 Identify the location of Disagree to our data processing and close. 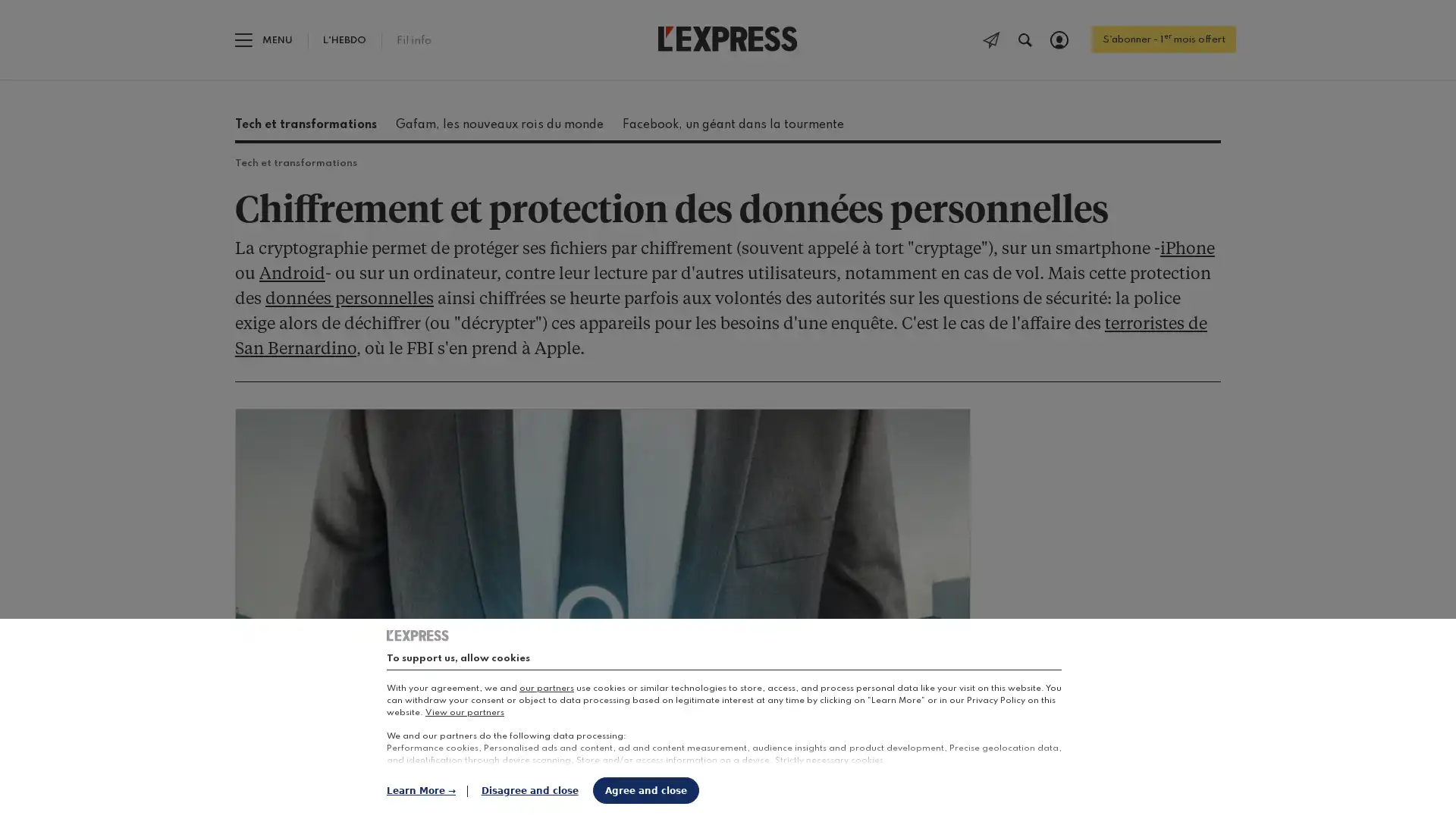
(529, 789).